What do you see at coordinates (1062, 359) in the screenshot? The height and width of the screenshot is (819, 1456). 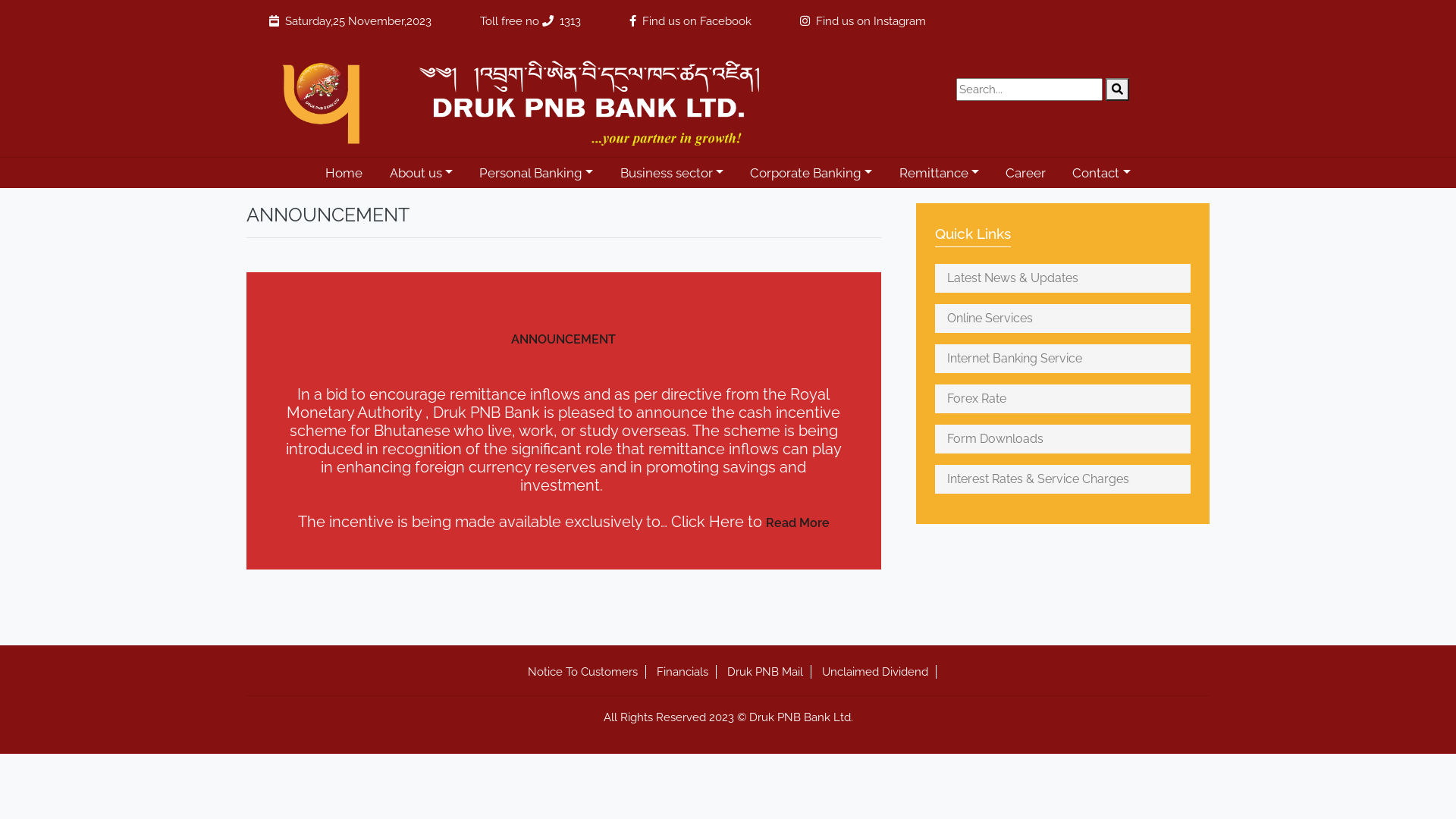 I see `'Internet Banking Service'` at bounding box center [1062, 359].